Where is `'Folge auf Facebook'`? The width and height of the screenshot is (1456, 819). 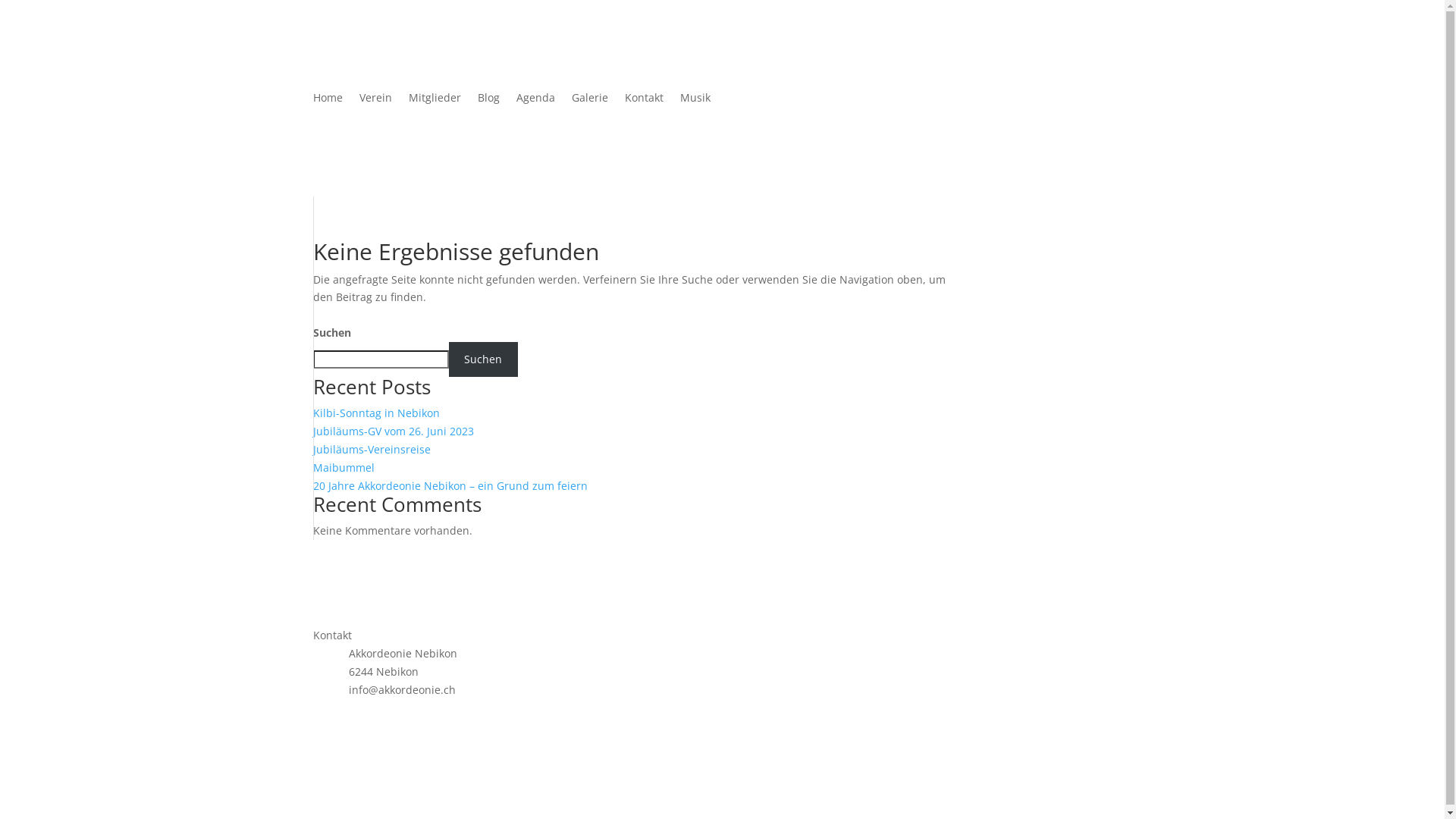
'Folge auf Facebook' is located at coordinates (323, 717).